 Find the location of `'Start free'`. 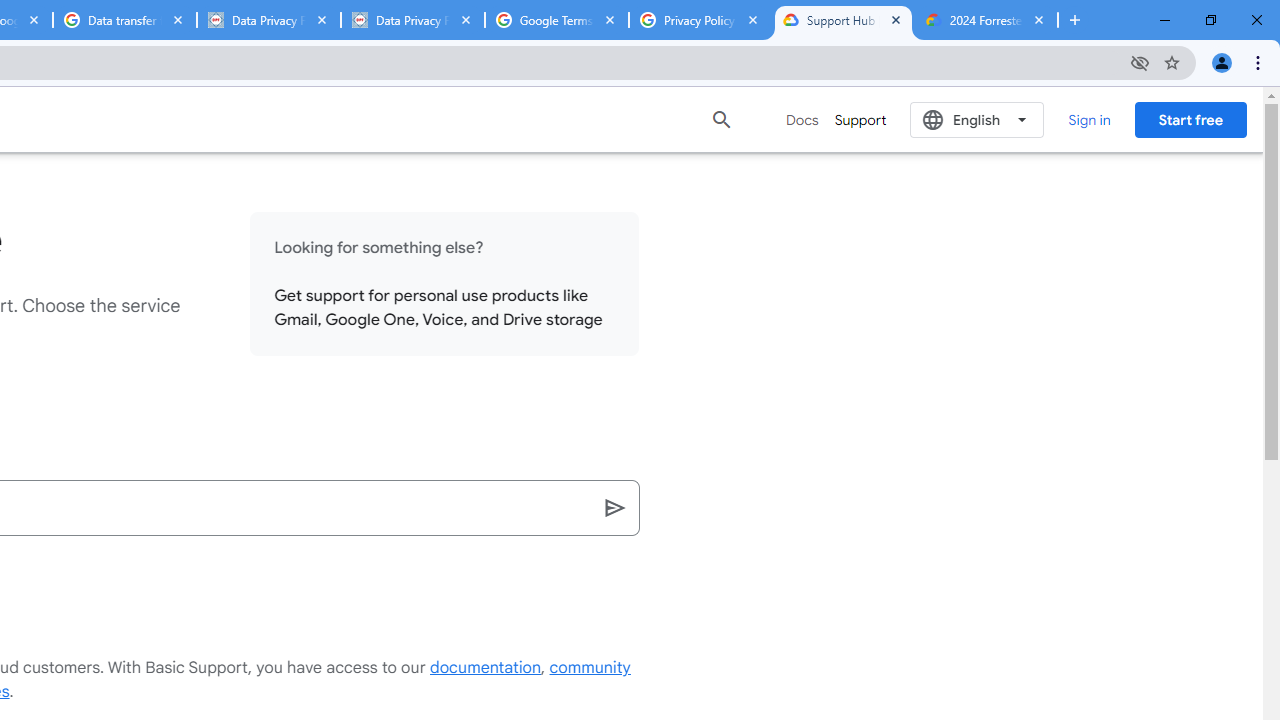

'Start free' is located at coordinates (1190, 119).